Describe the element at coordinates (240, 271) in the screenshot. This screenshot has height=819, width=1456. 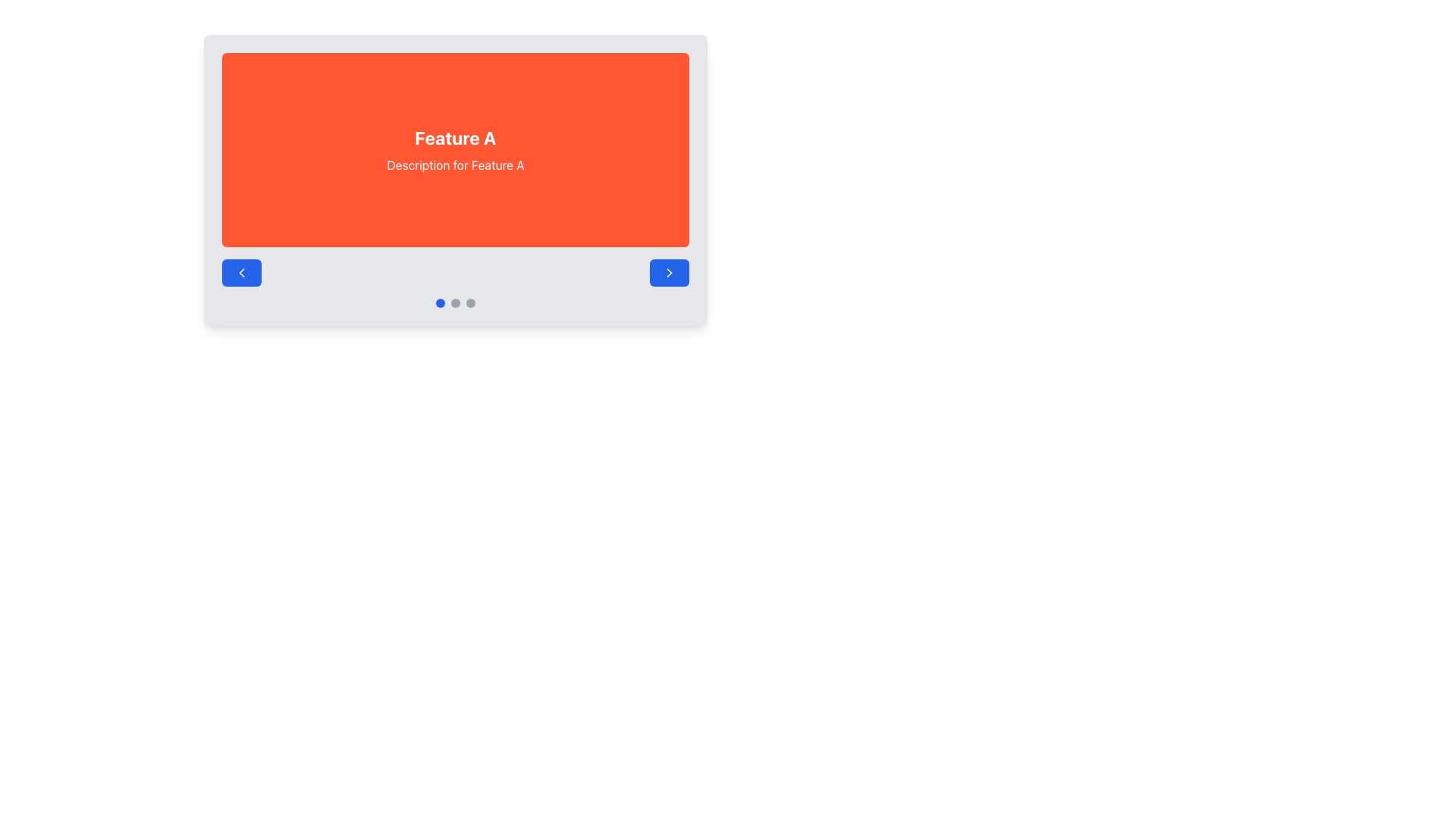
I see `the left-facing chevron icon located within the blue circular button on the left side of the navigation control area to invoke navigation` at that location.